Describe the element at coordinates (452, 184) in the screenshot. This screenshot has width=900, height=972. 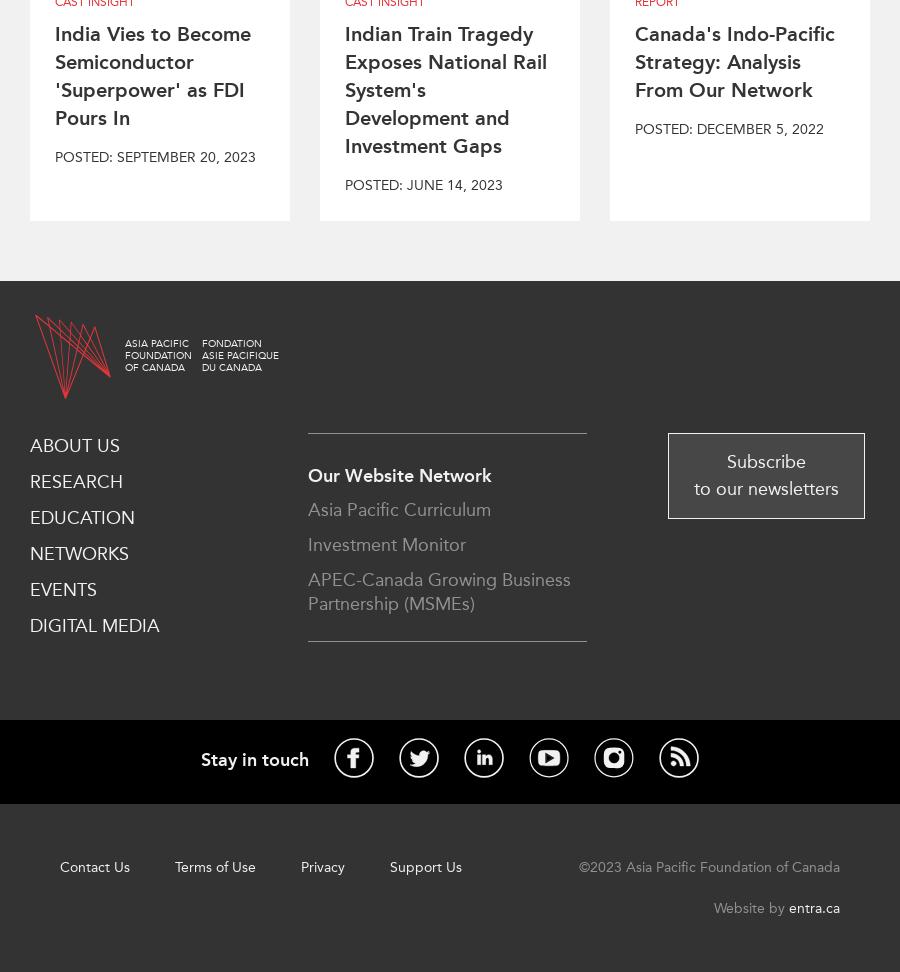
I see `'June 14, 2023'` at that location.